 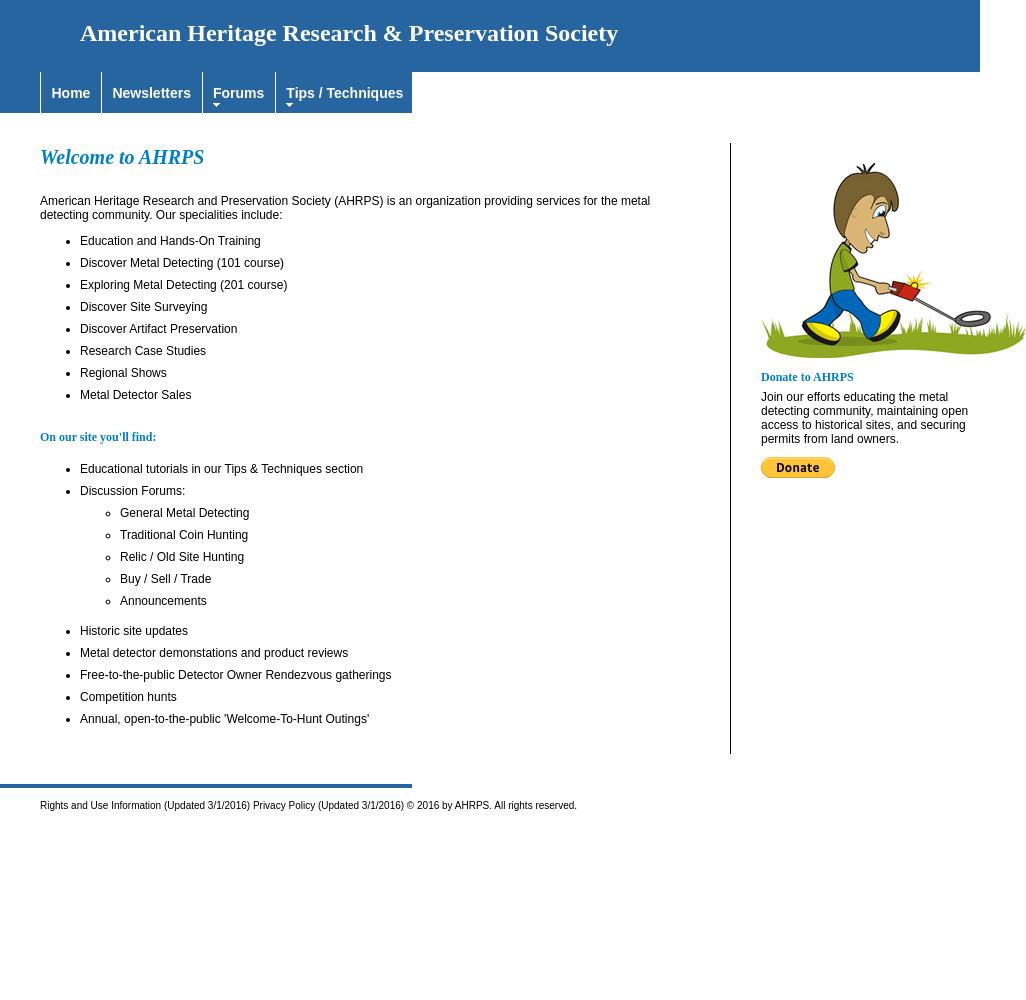 I want to click on 'American Heritage Research and Preservation Society (AHRPS) is an organization providing services for the metal detecting community. Our specialities include:', so click(x=345, y=207).